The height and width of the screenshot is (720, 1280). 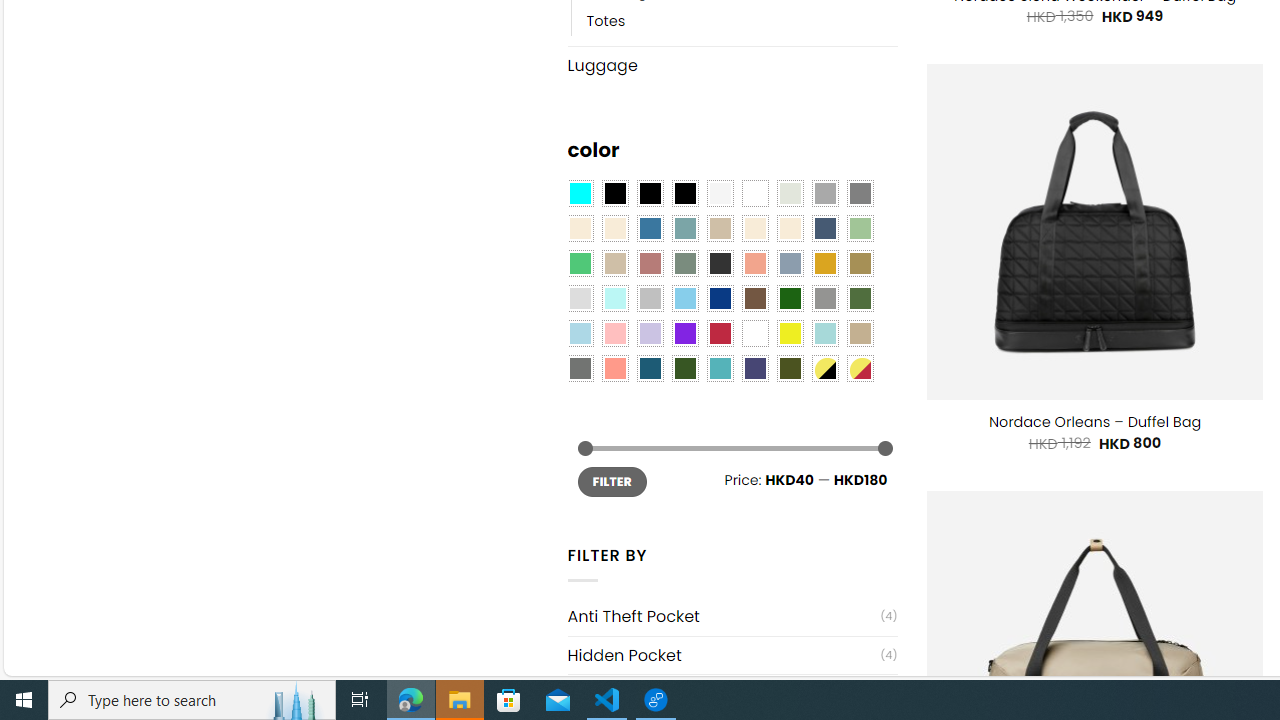 I want to click on 'Sage', so click(x=684, y=263).